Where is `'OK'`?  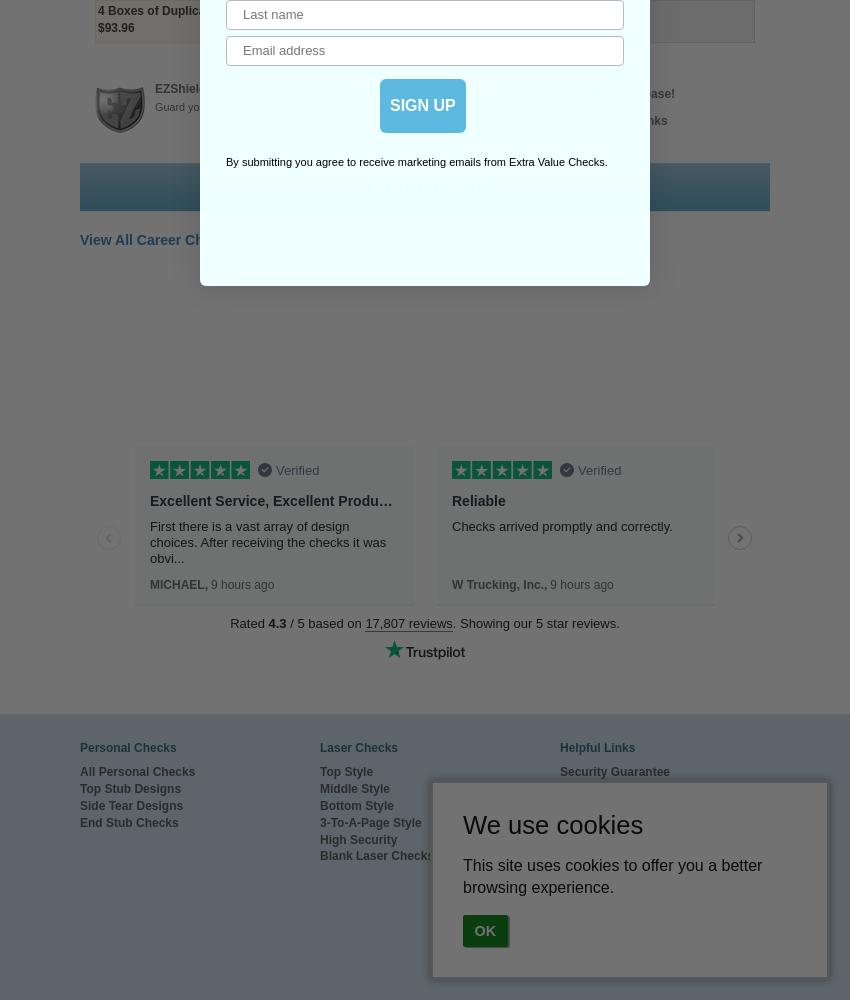 'OK' is located at coordinates (485, 930).